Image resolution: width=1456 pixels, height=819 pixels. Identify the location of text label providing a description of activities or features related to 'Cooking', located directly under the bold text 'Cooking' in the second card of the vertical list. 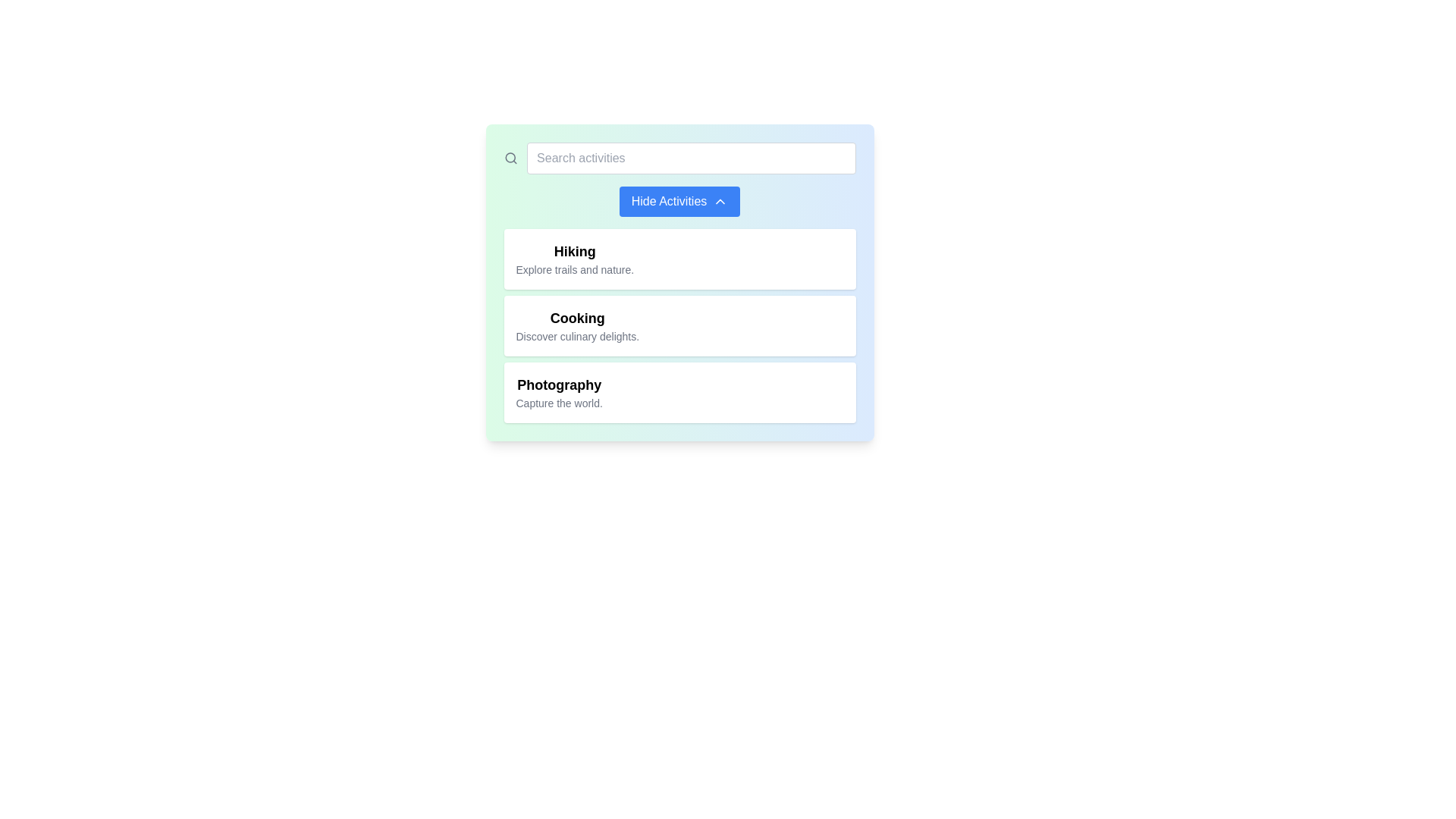
(576, 335).